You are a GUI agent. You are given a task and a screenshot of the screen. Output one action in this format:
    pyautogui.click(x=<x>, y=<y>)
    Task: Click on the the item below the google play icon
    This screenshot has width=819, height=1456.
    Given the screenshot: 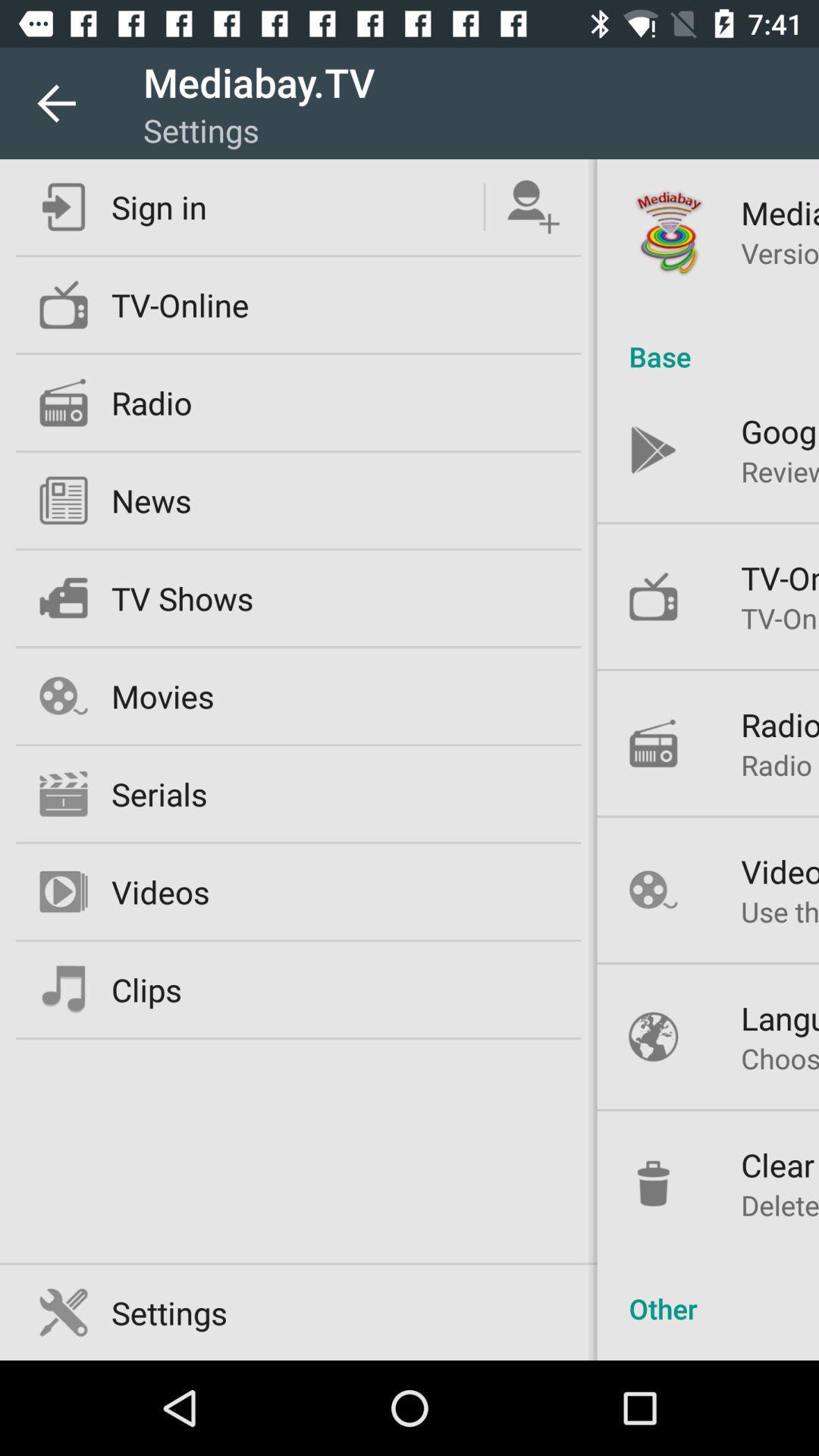 What is the action you would take?
    pyautogui.click(x=780, y=470)
    